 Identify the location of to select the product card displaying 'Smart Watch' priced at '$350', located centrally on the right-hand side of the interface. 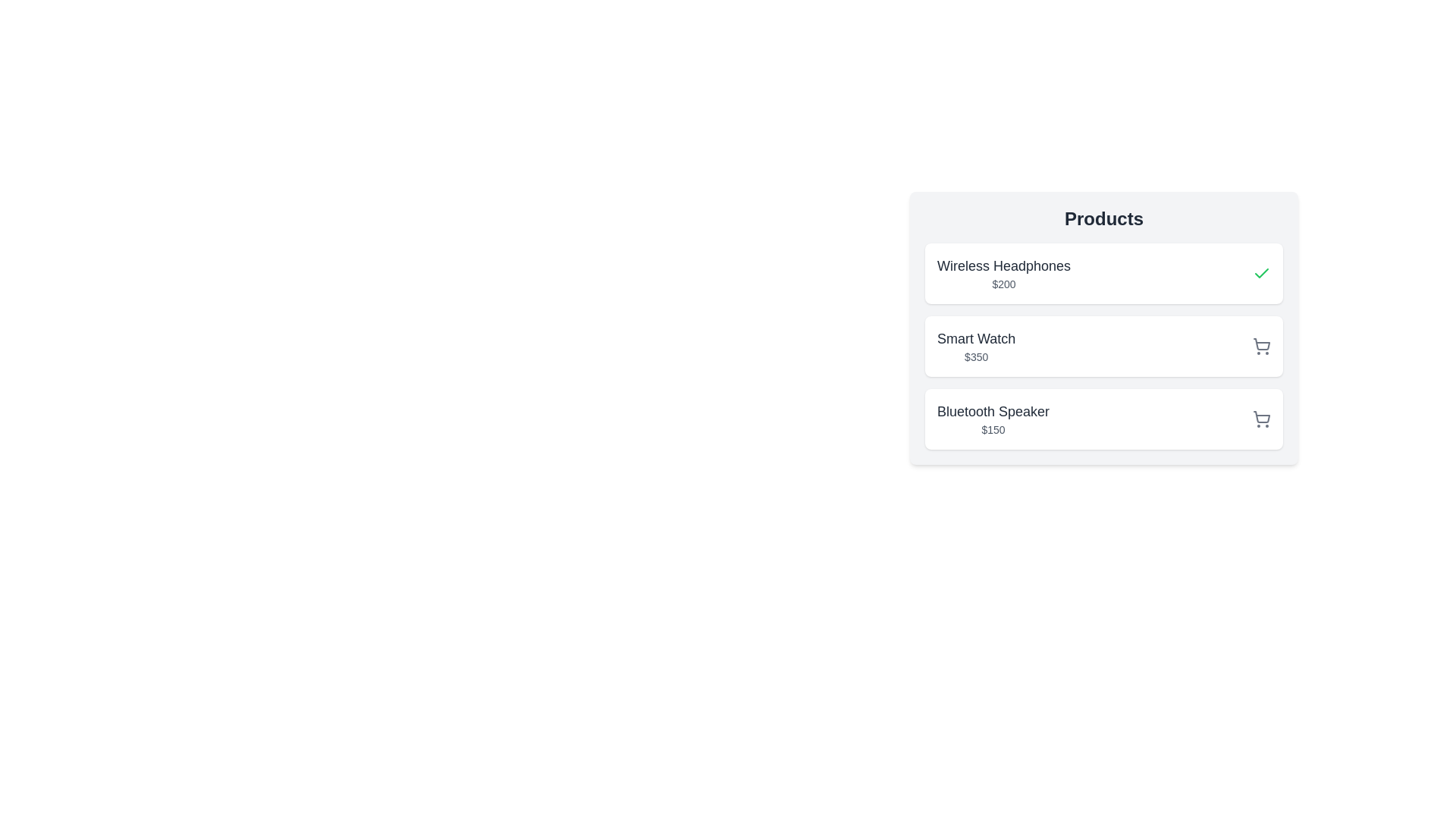
(1103, 346).